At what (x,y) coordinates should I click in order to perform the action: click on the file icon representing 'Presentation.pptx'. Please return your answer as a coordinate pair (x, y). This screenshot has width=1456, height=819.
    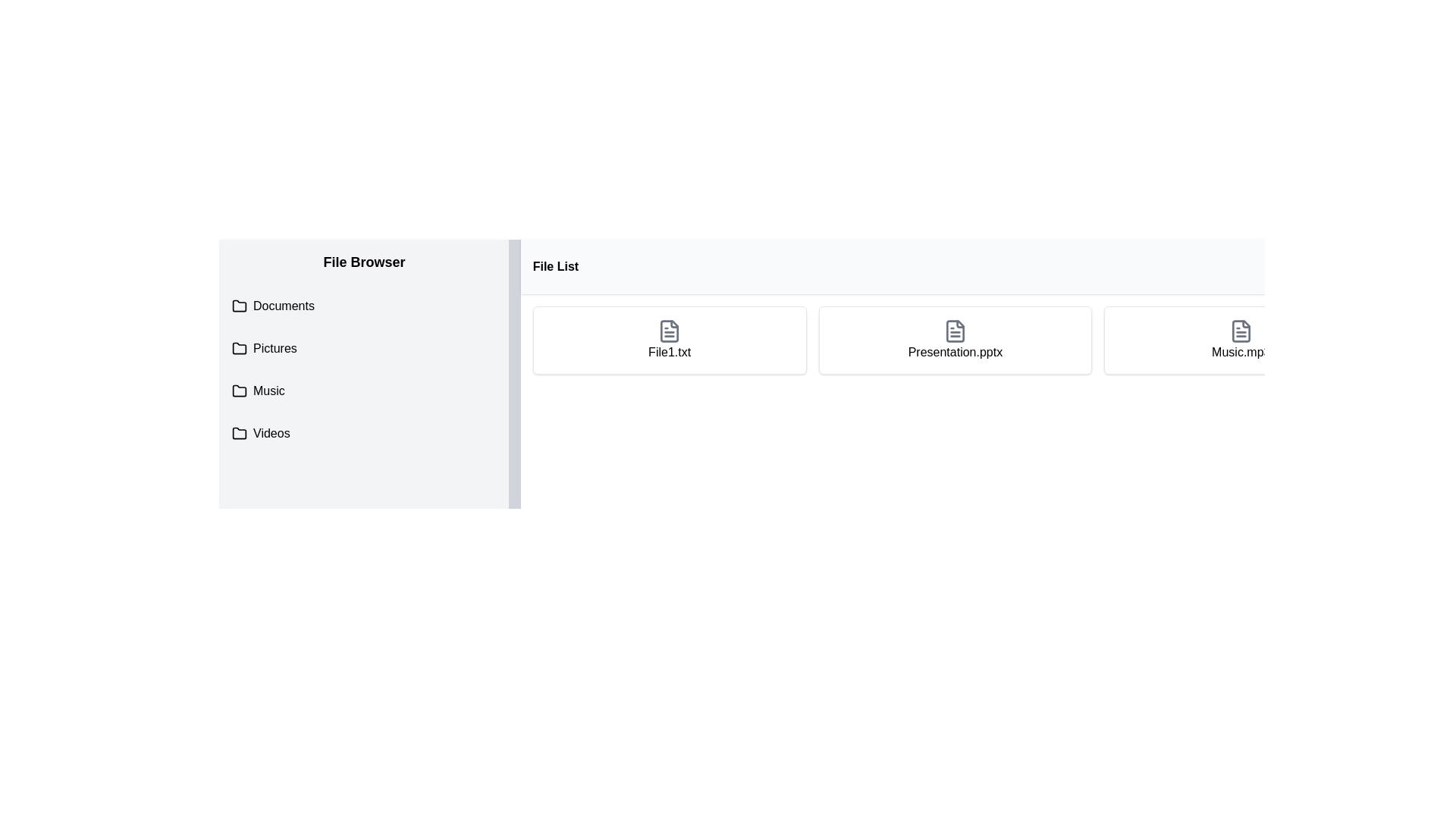
    Looking at the image, I should click on (954, 330).